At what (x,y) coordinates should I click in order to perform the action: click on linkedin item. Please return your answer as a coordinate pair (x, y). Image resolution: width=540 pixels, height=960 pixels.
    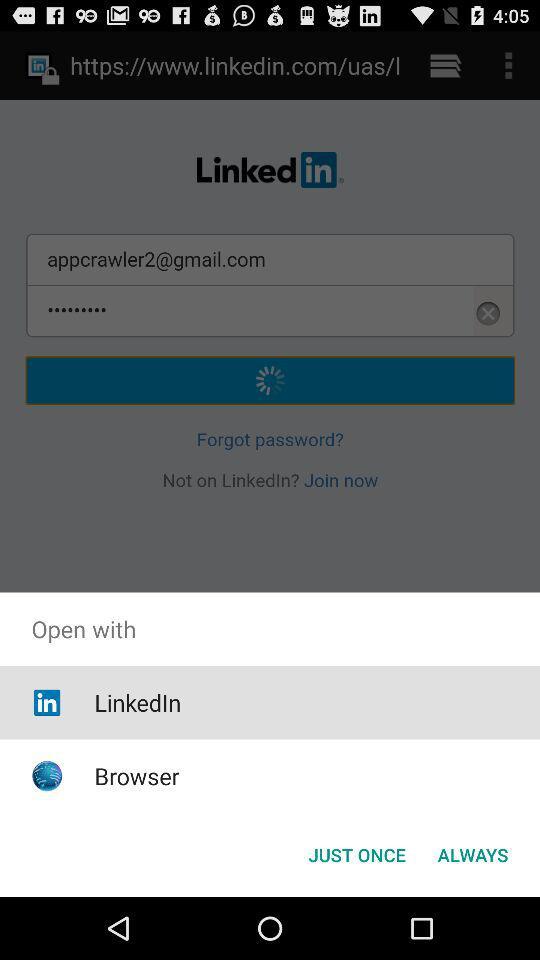
    Looking at the image, I should click on (136, 702).